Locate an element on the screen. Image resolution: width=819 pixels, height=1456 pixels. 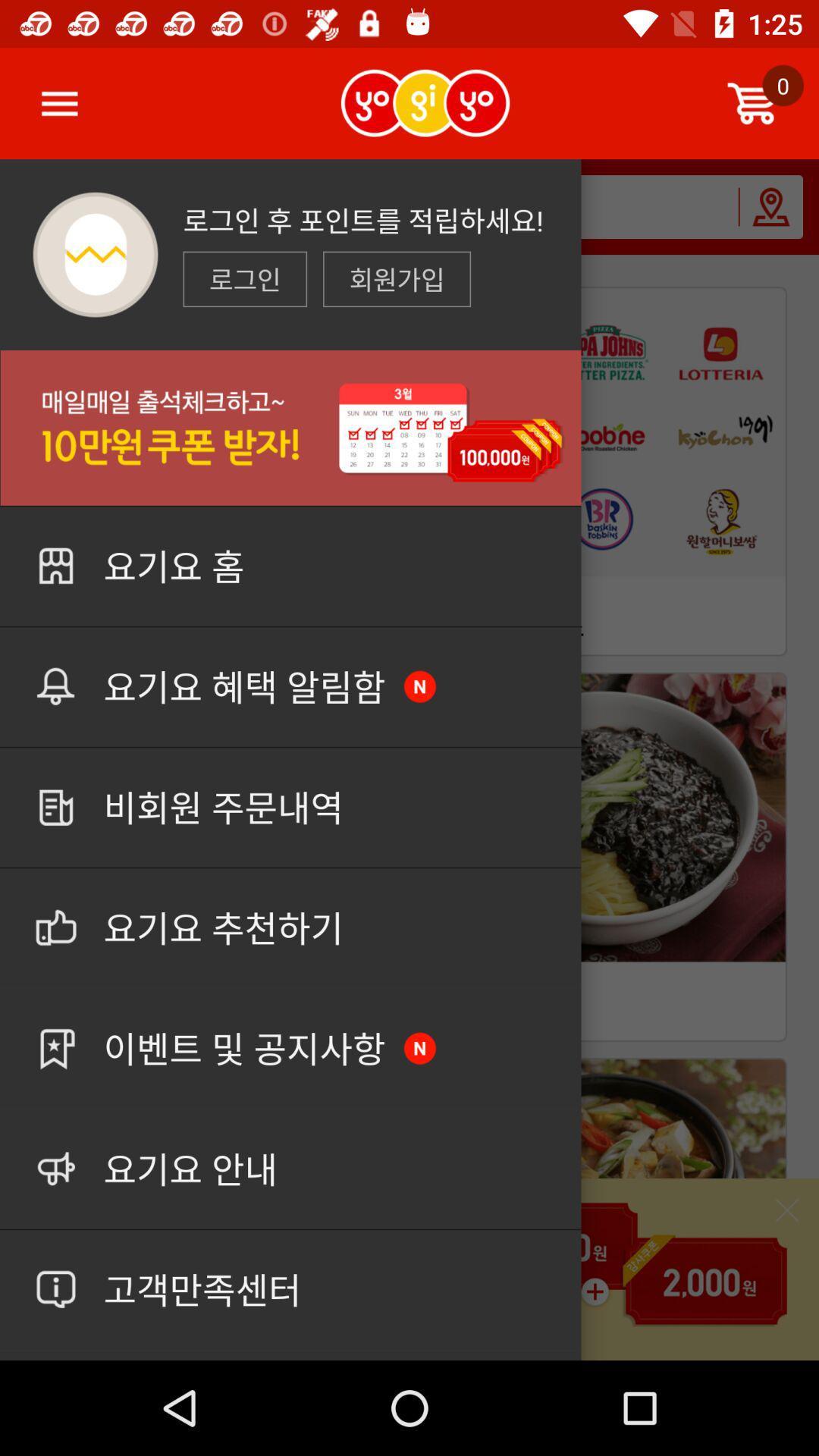
the text which is above the calander is located at coordinates (396, 279).